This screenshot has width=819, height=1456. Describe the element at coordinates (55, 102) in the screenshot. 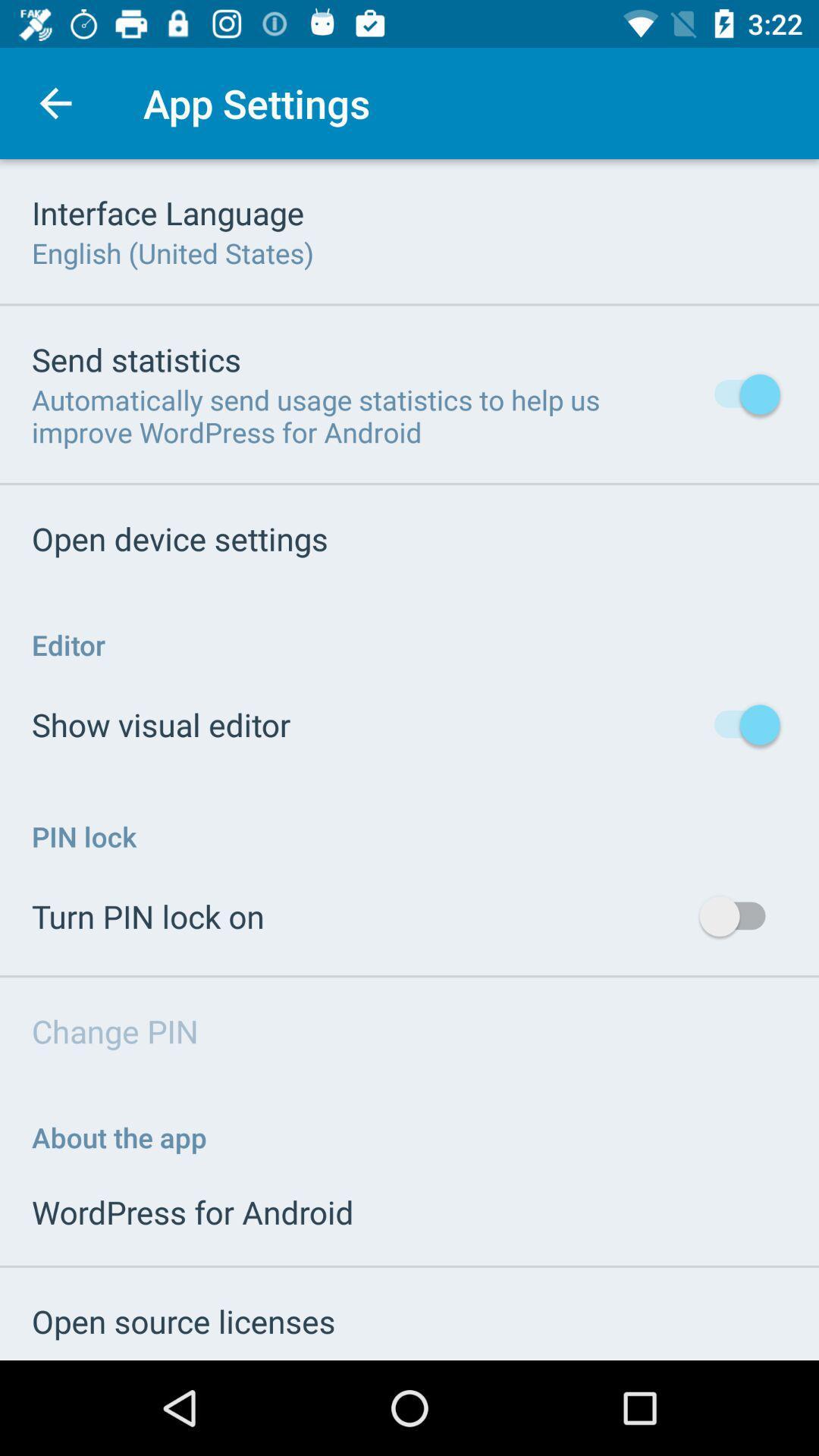

I see `item next to app settings icon` at that location.